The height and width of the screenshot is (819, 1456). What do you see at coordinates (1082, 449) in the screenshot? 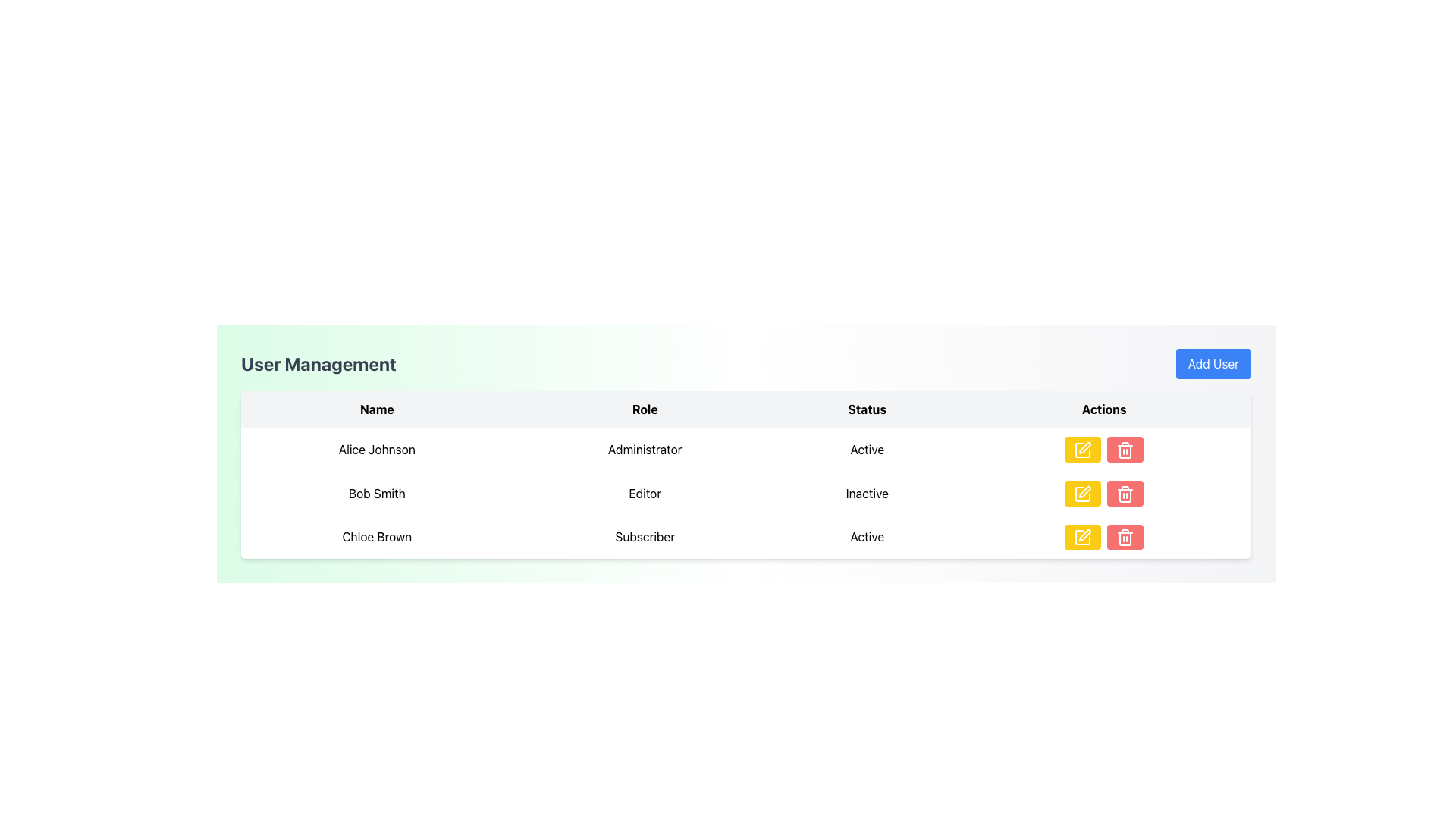
I see `the pencil icon in the 'Actions' column of the first row of the table` at bounding box center [1082, 449].